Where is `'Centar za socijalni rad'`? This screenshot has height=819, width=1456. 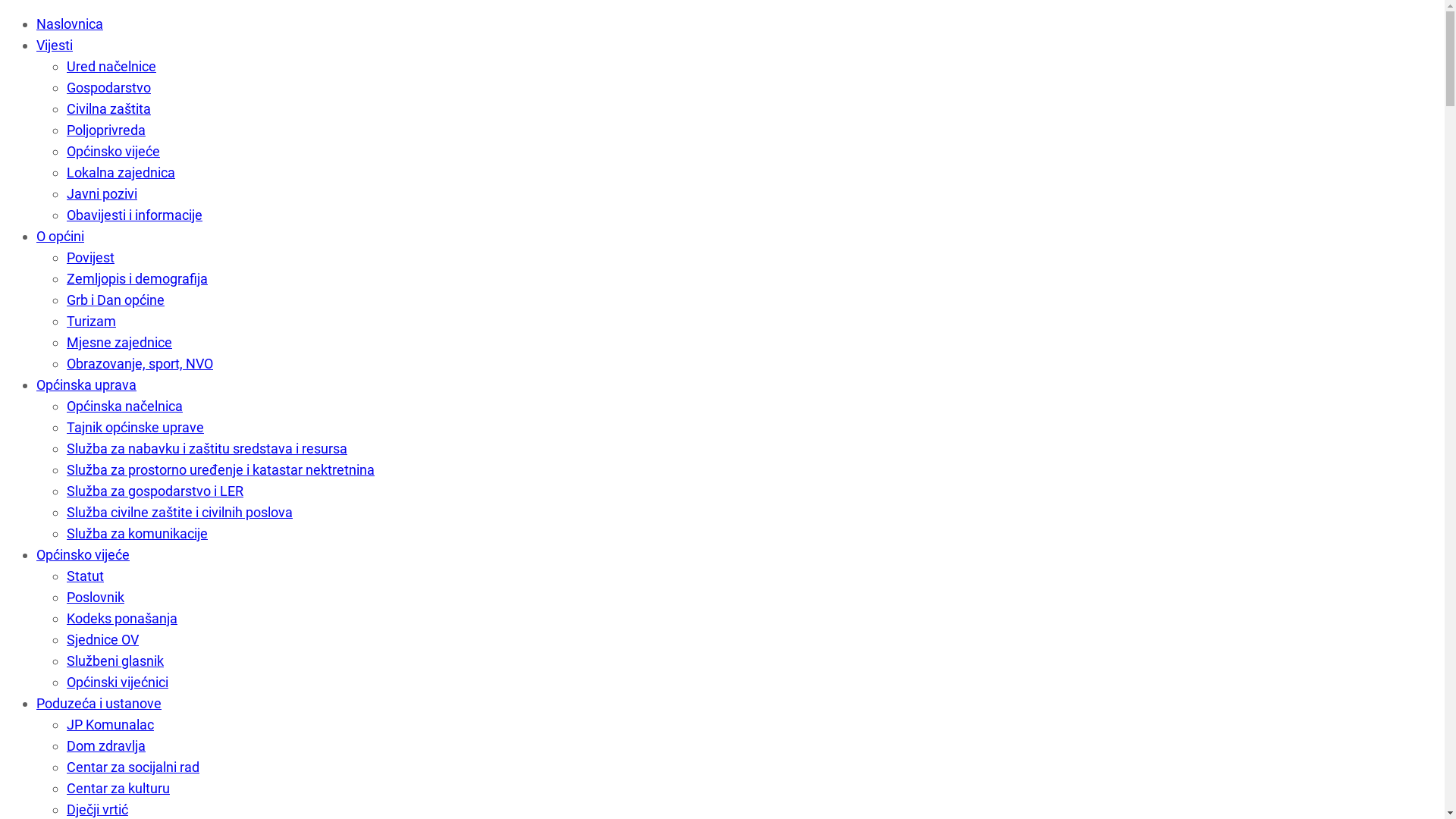 'Centar za socijalni rad' is located at coordinates (133, 767).